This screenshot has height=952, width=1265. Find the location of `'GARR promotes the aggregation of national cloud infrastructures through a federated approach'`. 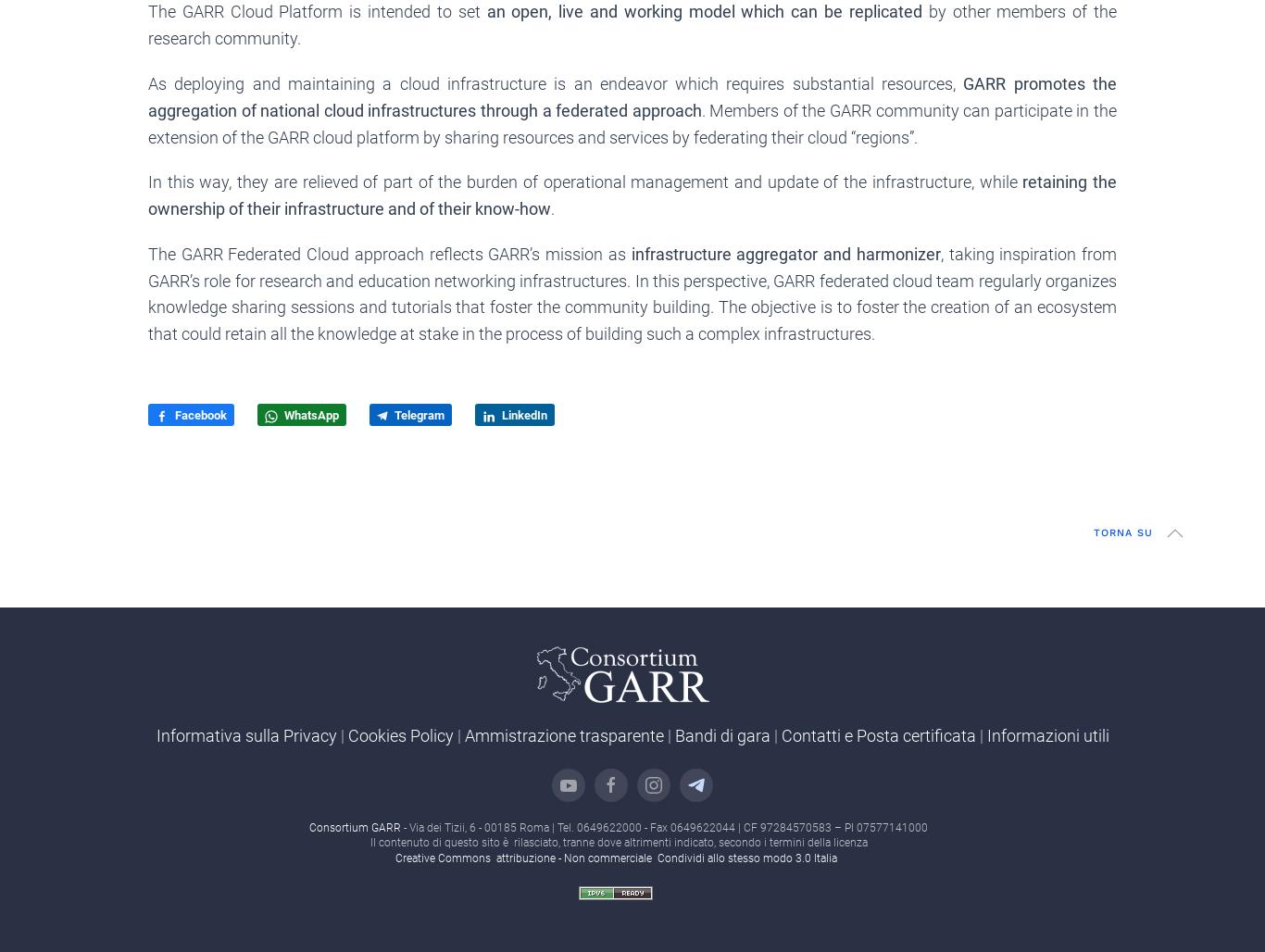

'GARR promotes the aggregation of national cloud infrastructures through a federated approach' is located at coordinates (632, 95).